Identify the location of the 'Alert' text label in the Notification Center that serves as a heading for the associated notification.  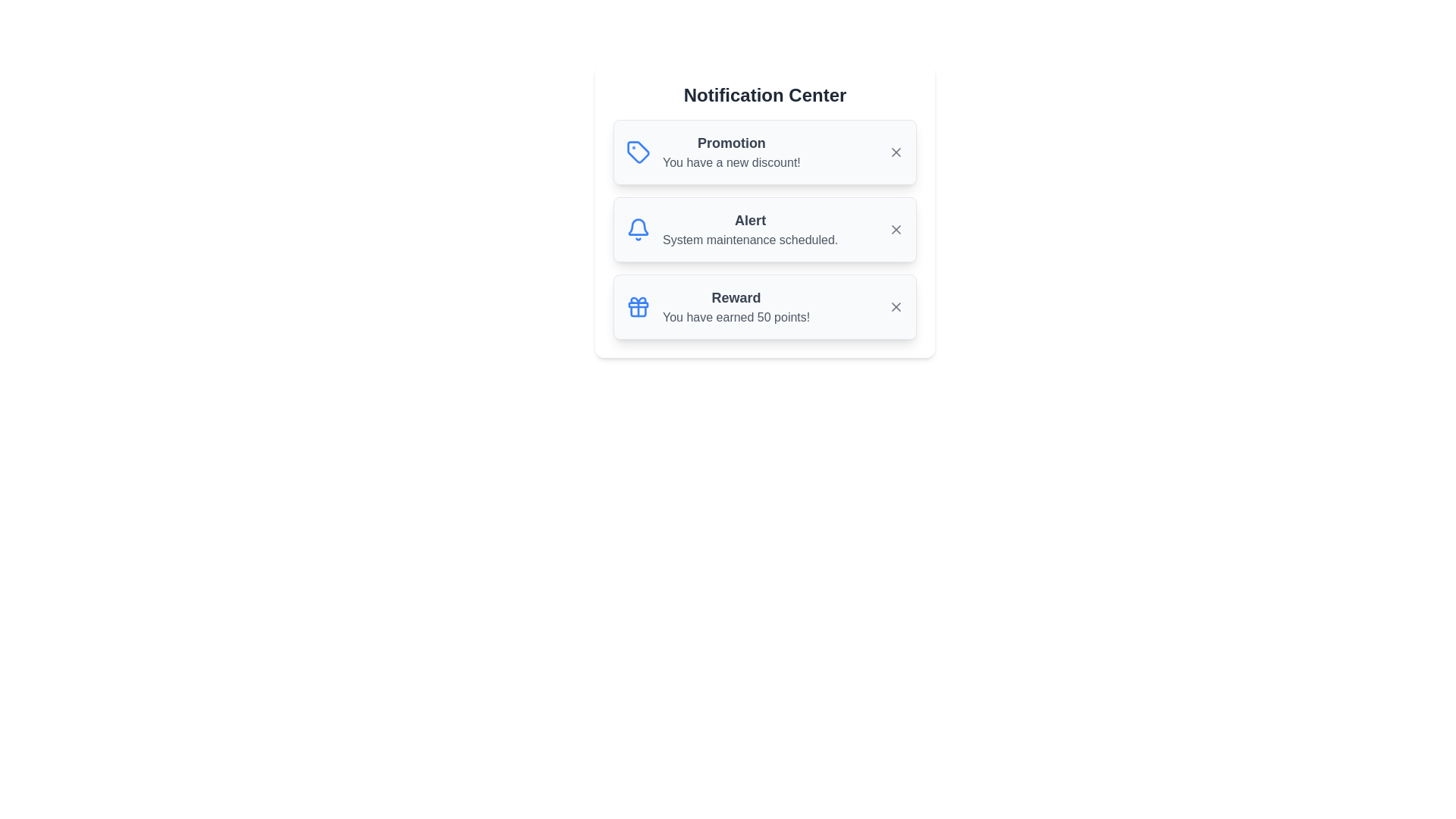
(750, 220).